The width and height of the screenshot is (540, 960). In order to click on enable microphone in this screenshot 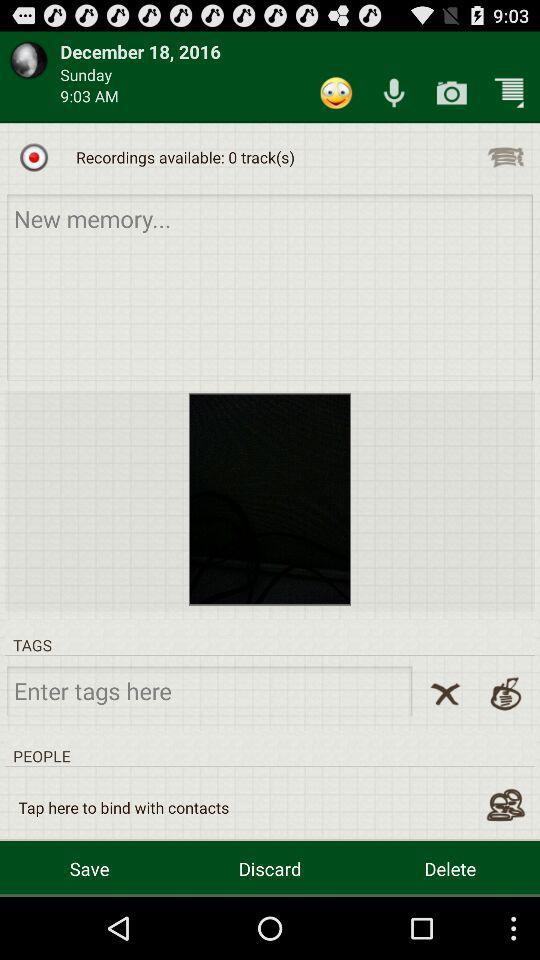, I will do `click(394, 93)`.